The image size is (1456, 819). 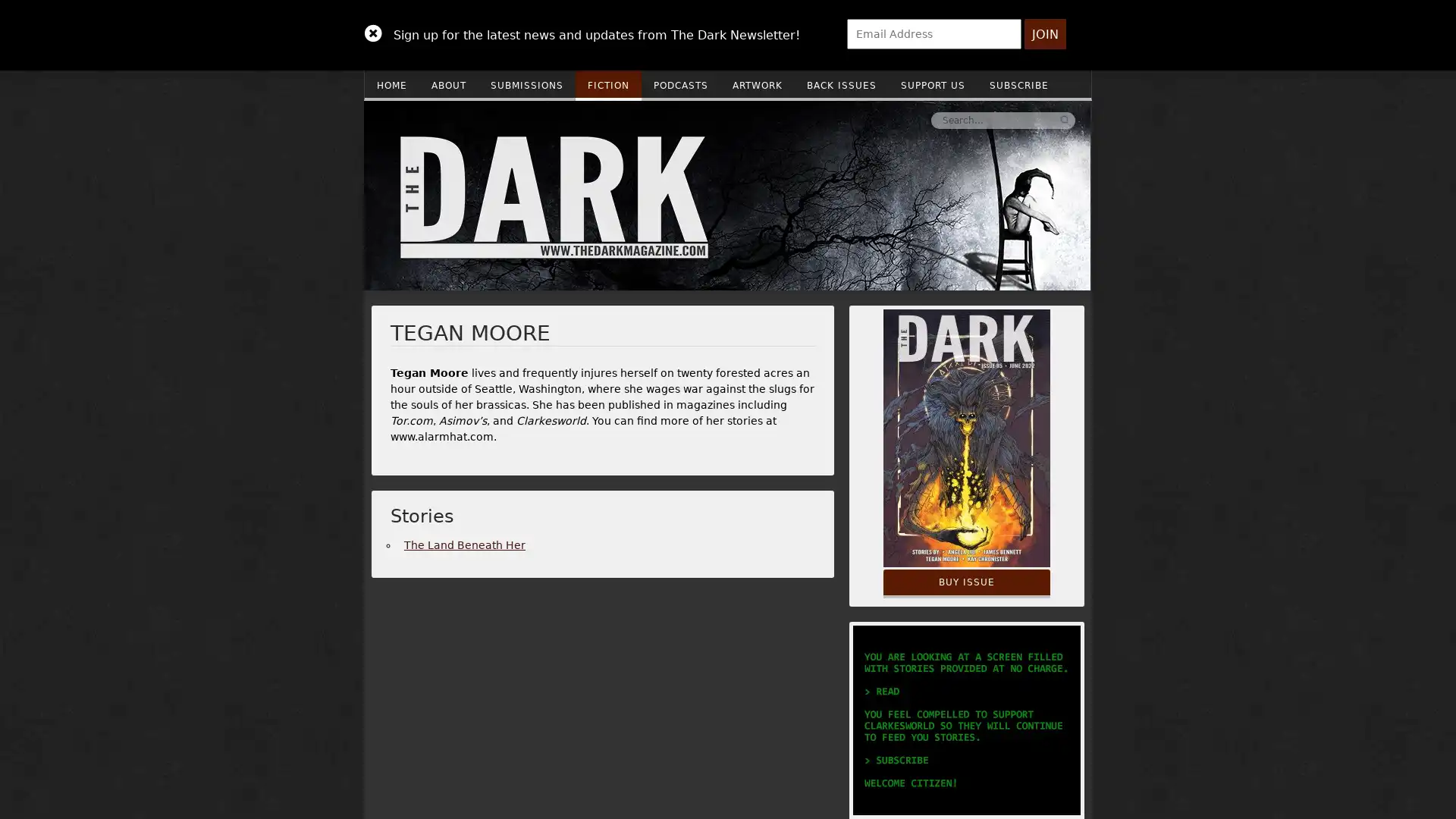 What do you see at coordinates (836, 119) in the screenshot?
I see `Search` at bounding box center [836, 119].